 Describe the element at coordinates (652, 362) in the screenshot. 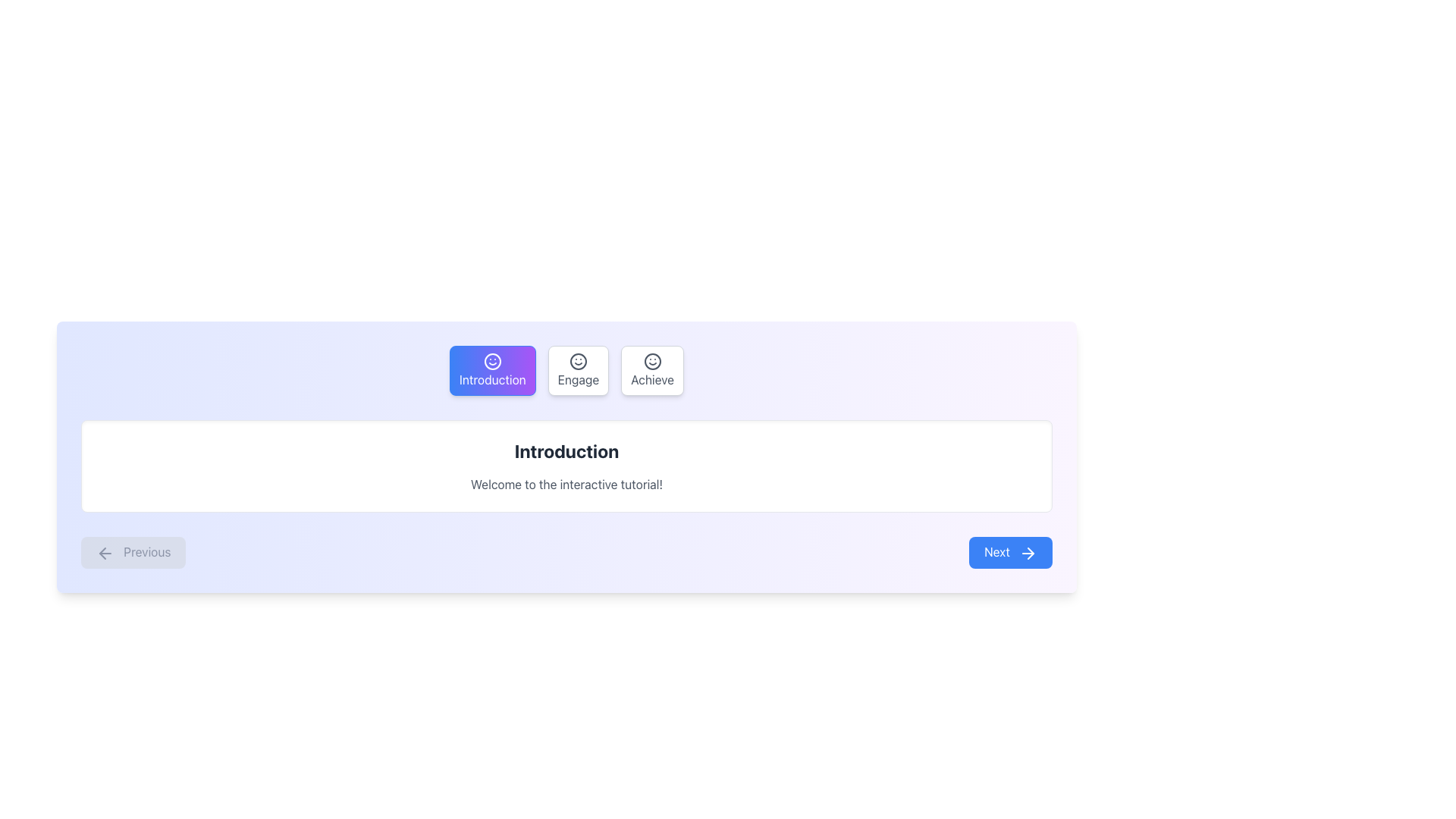

I see `the decorative icon within the 'Achieve' button` at that location.